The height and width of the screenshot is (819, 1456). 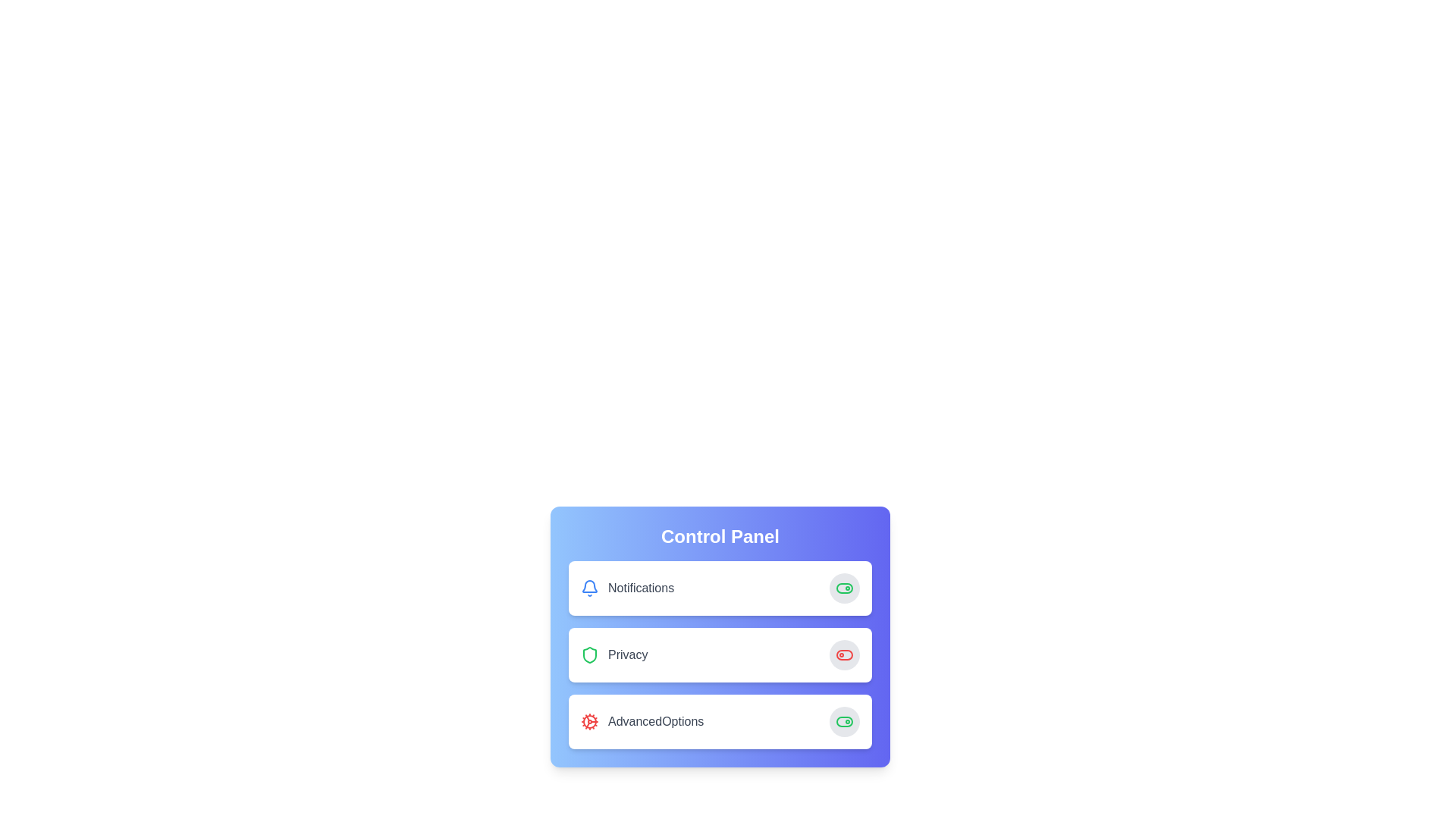 What do you see at coordinates (720, 654) in the screenshot?
I see `the toggle button on the 'Privacy' List Item with Toggle to change its state` at bounding box center [720, 654].